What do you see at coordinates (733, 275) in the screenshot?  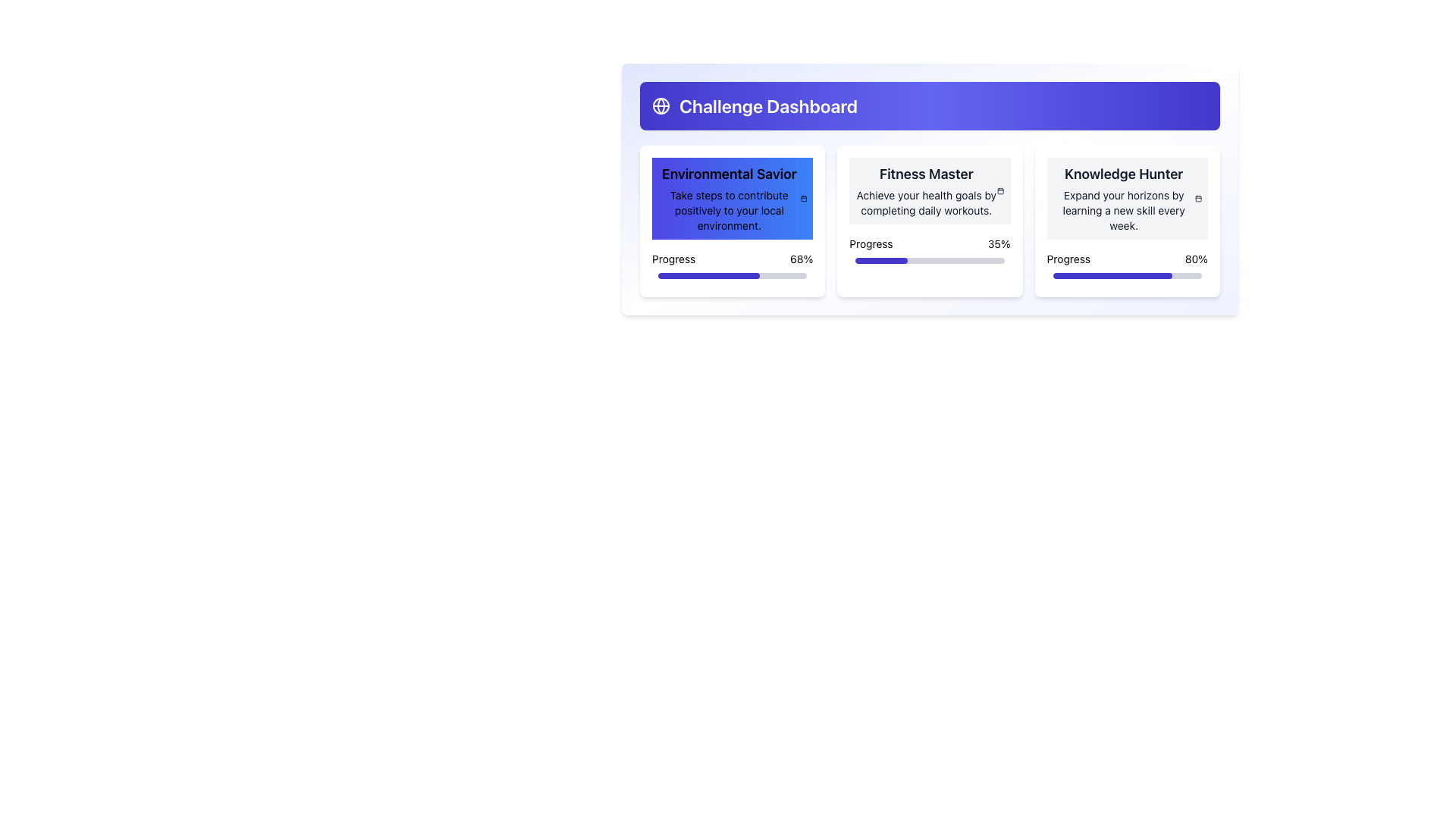 I see `the horizontal progress bar located below the 'Progress68%' text inside the 'Environmental Savior' card in the 'Challenge Dashboard'` at bounding box center [733, 275].